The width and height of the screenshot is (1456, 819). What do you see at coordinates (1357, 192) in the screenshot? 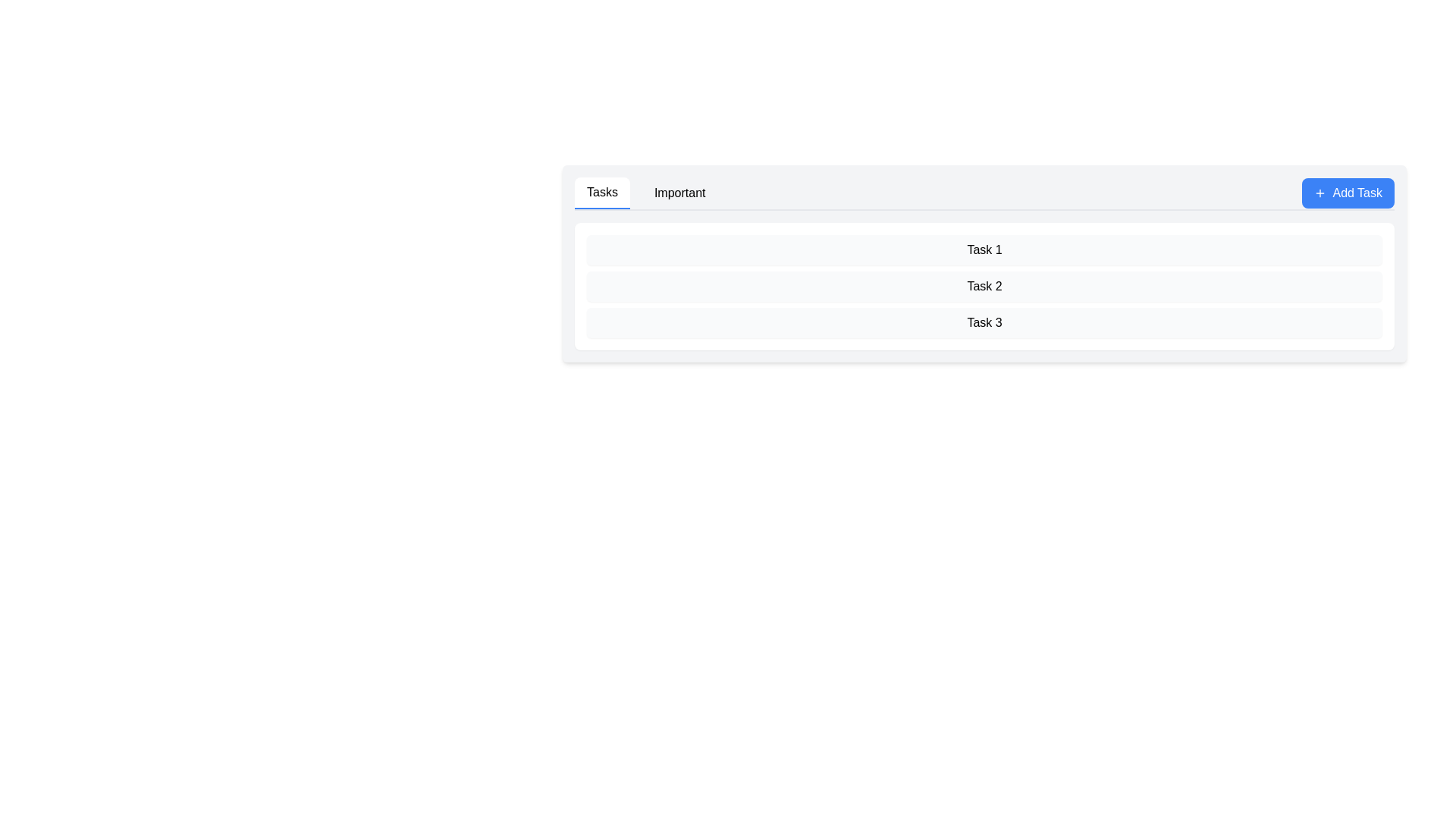
I see `the 'Add Task' text label located on the blue button` at bounding box center [1357, 192].